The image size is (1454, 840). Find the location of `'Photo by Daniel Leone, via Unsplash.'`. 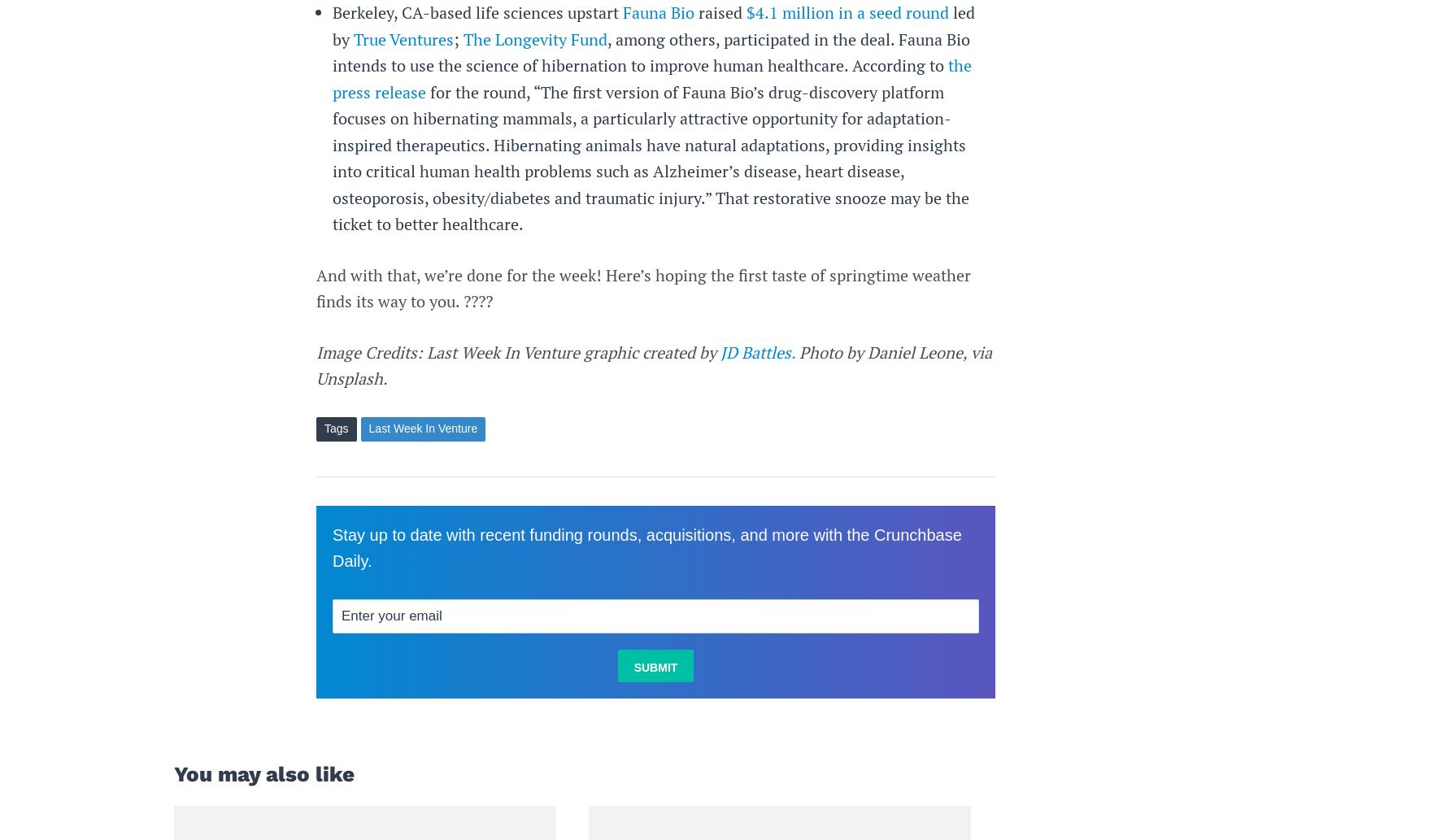

'Photo by Daniel Leone, via Unsplash.' is located at coordinates (316, 365).